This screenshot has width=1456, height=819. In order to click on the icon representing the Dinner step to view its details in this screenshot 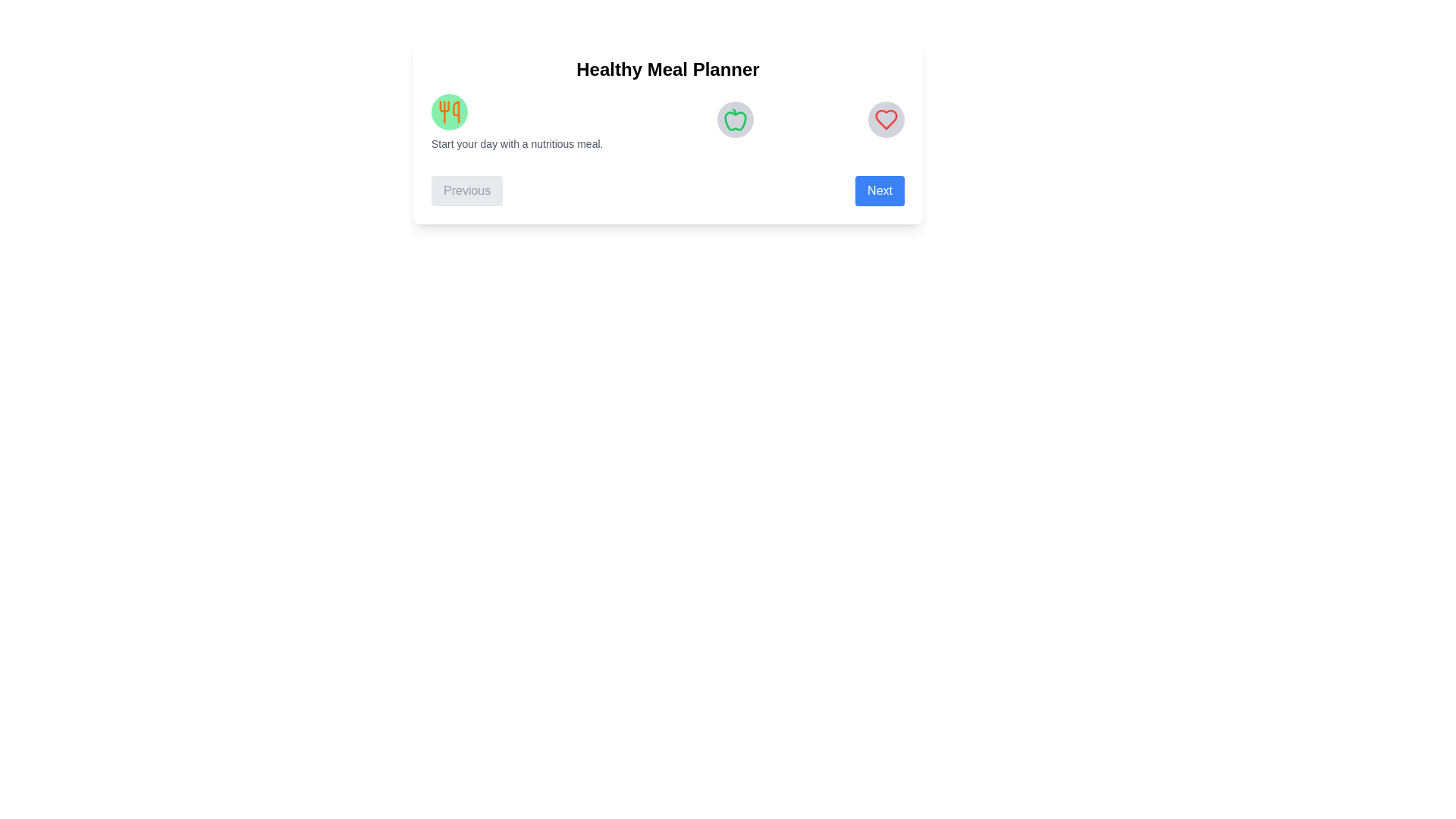, I will do `click(886, 119)`.